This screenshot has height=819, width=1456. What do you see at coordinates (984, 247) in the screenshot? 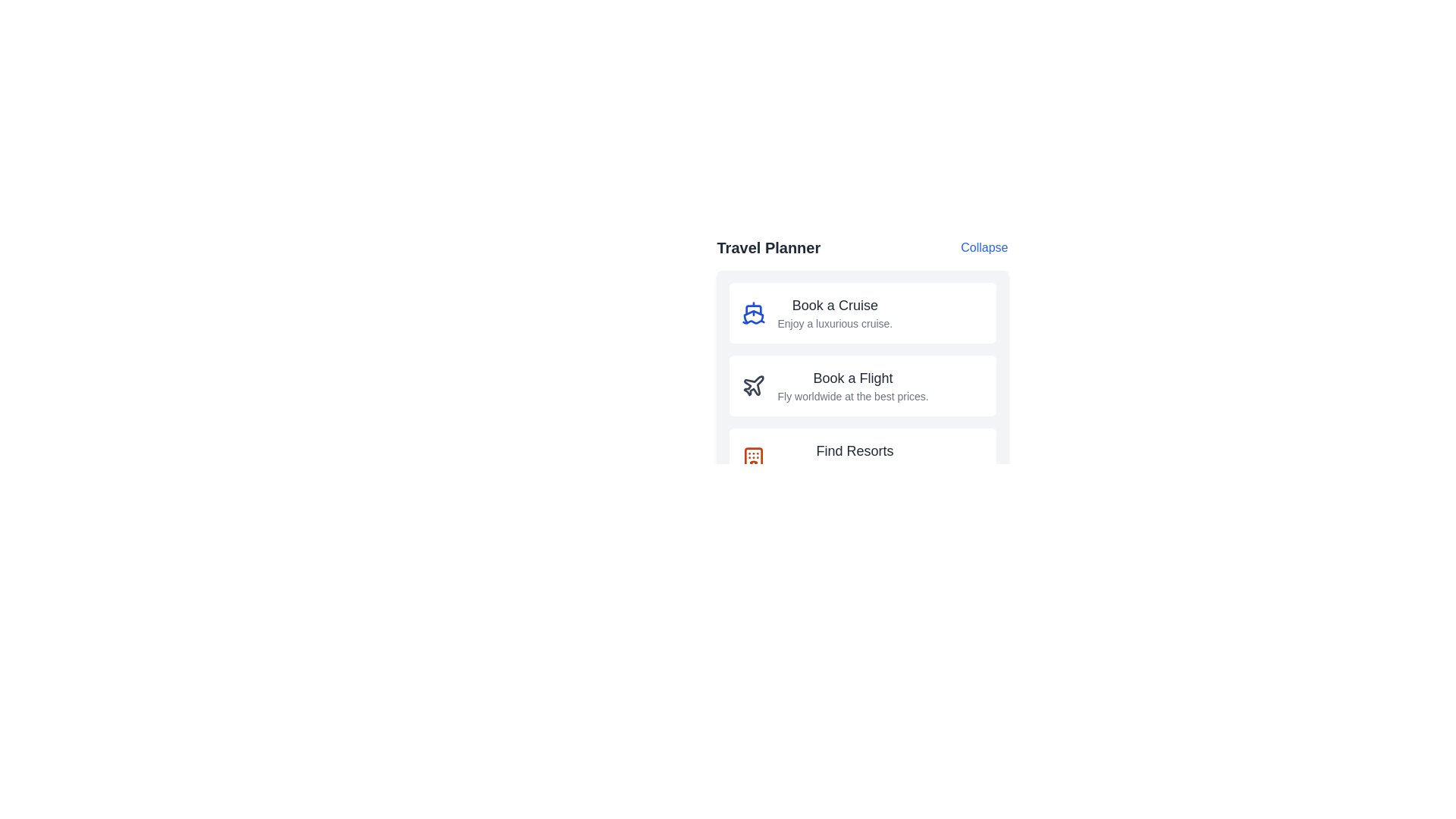
I see `the interactive text button located at the top-right corner of the 'Travel Planner' header` at bounding box center [984, 247].